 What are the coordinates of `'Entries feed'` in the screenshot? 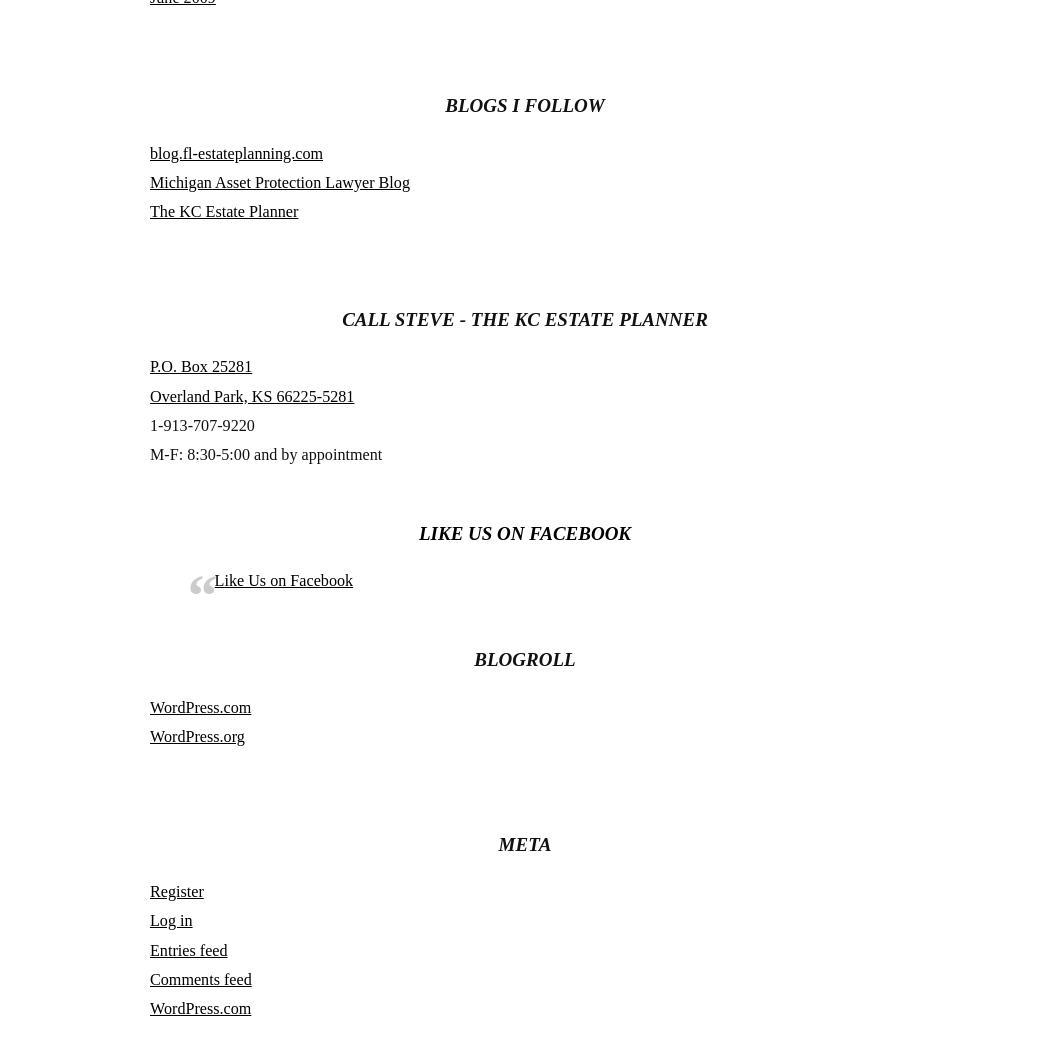 It's located at (150, 948).